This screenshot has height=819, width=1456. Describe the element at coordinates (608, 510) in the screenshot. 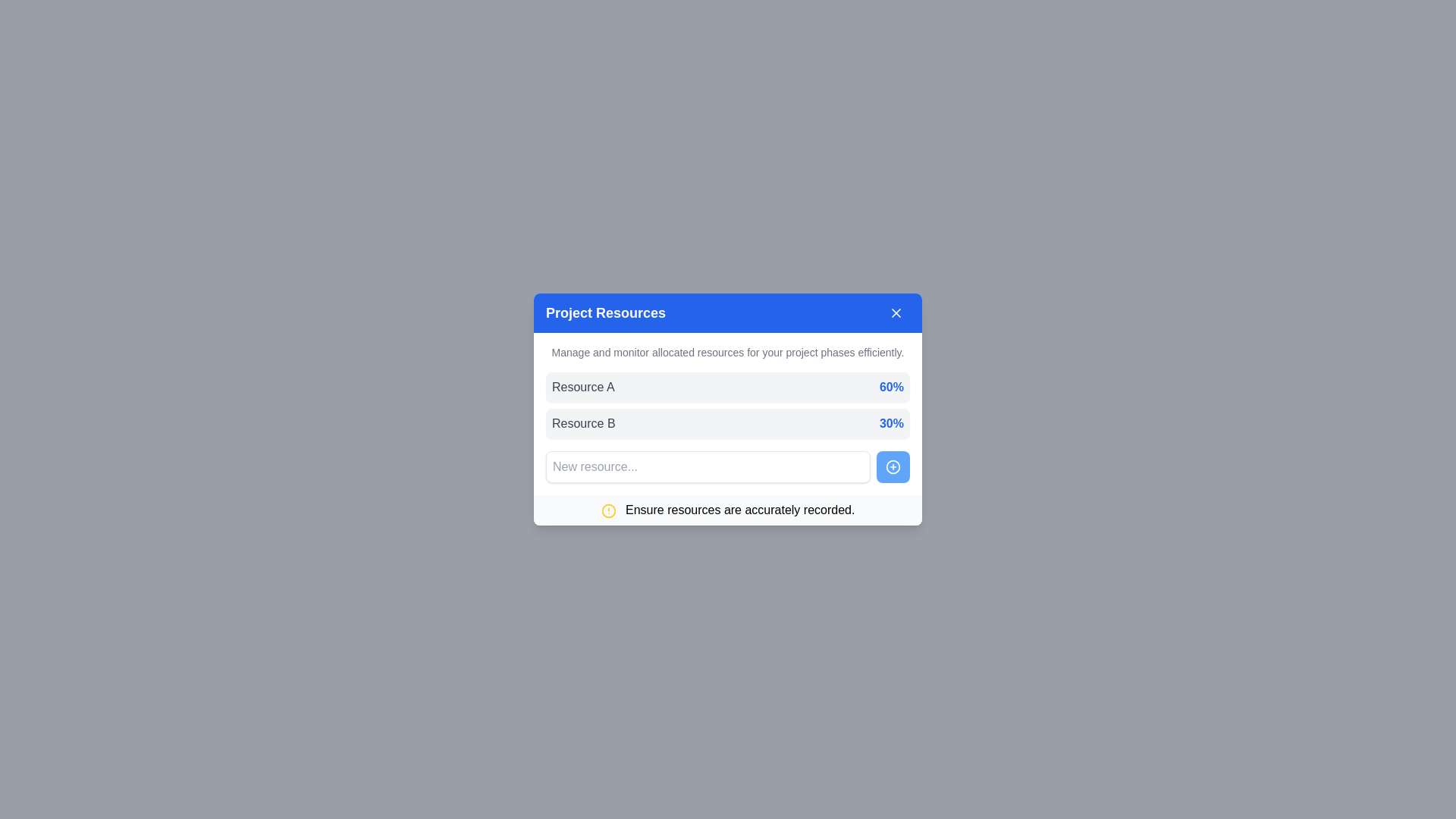

I see `the circular warning icon with a yellowish hue, located at the bottom section of the modal interface near the text 'Ensure resources are accurately recorded.'` at that location.